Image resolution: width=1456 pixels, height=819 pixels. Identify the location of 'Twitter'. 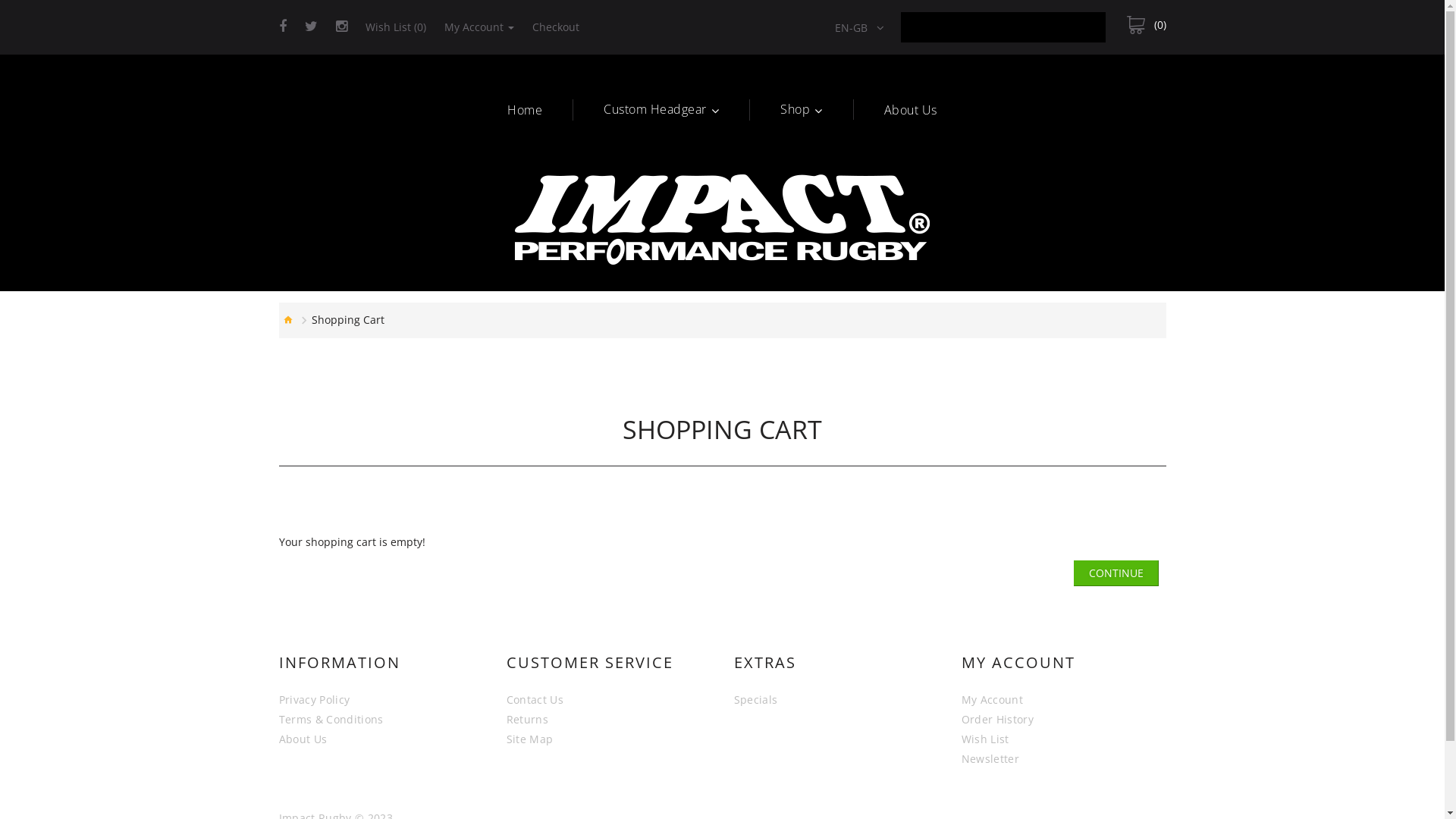
(310, 27).